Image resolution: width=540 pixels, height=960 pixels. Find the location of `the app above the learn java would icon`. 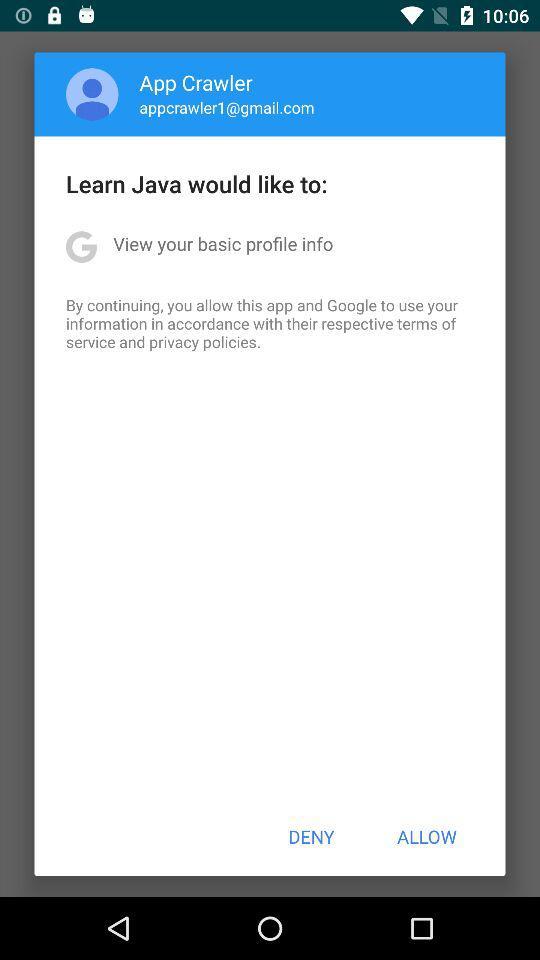

the app above the learn java would icon is located at coordinates (91, 94).